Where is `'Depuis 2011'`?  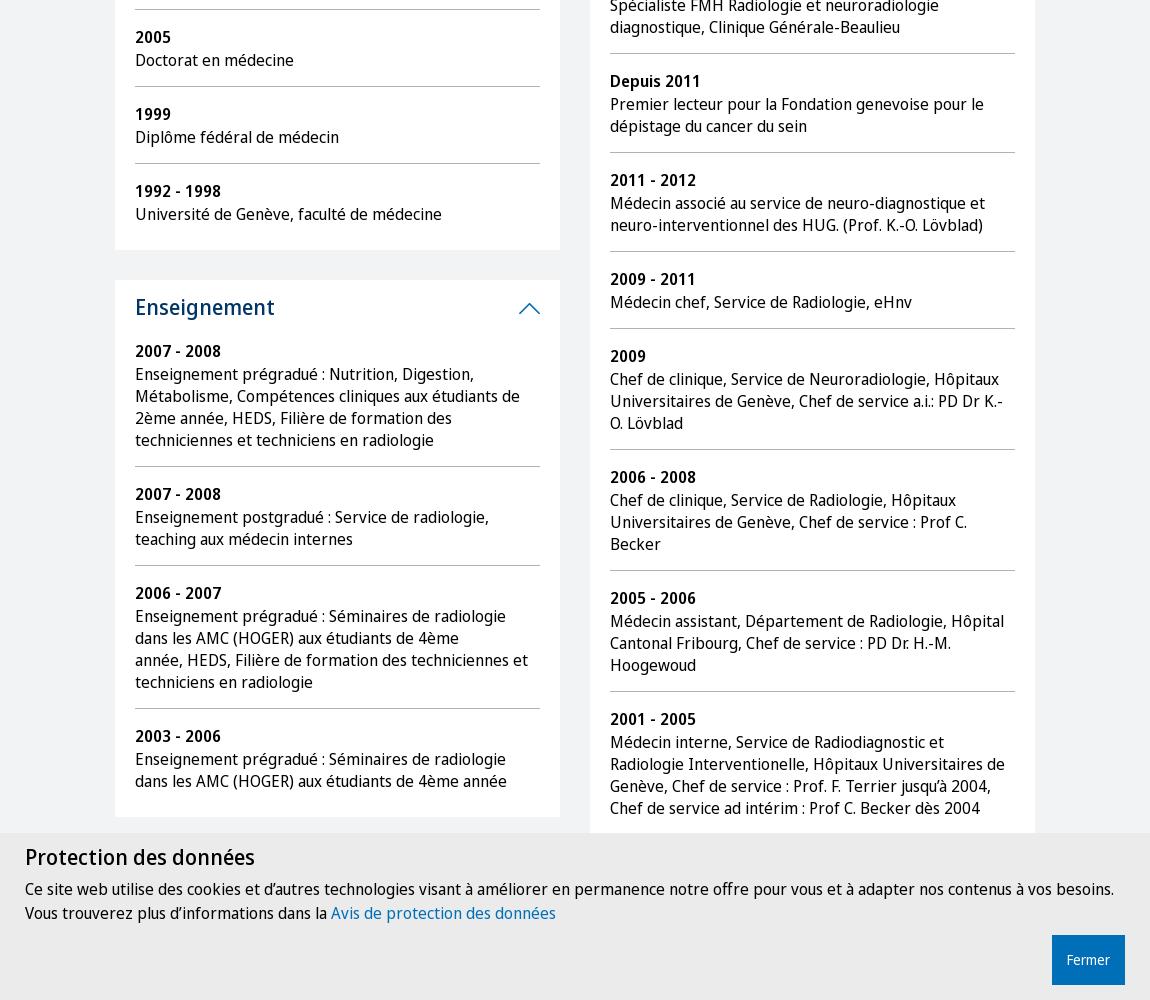
'Depuis 2011' is located at coordinates (654, 80).